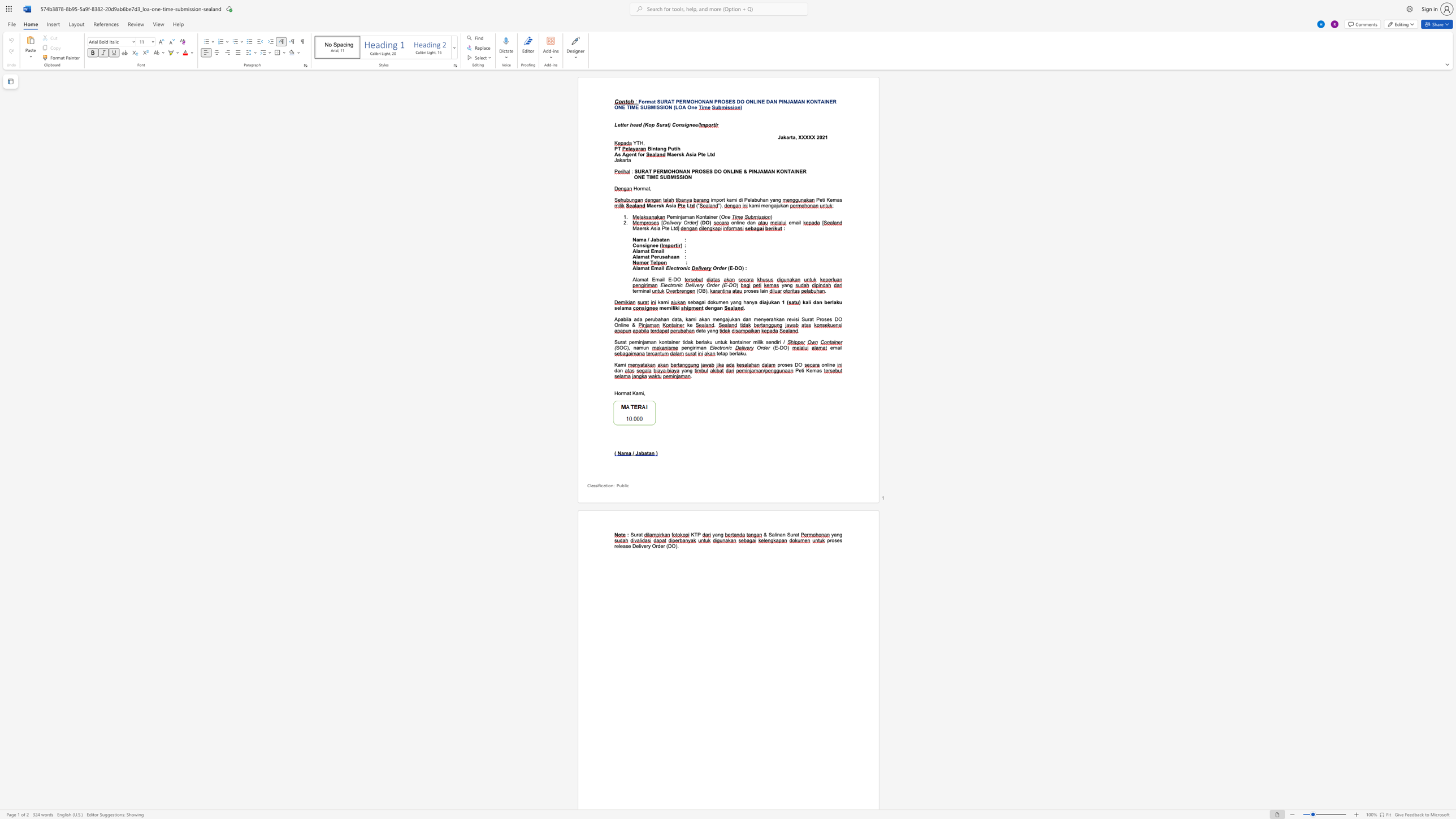 This screenshot has width=1456, height=819. What do you see at coordinates (666, 307) in the screenshot?
I see `the subset text "mili" within the text "memiliki"` at bounding box center [666, 307].